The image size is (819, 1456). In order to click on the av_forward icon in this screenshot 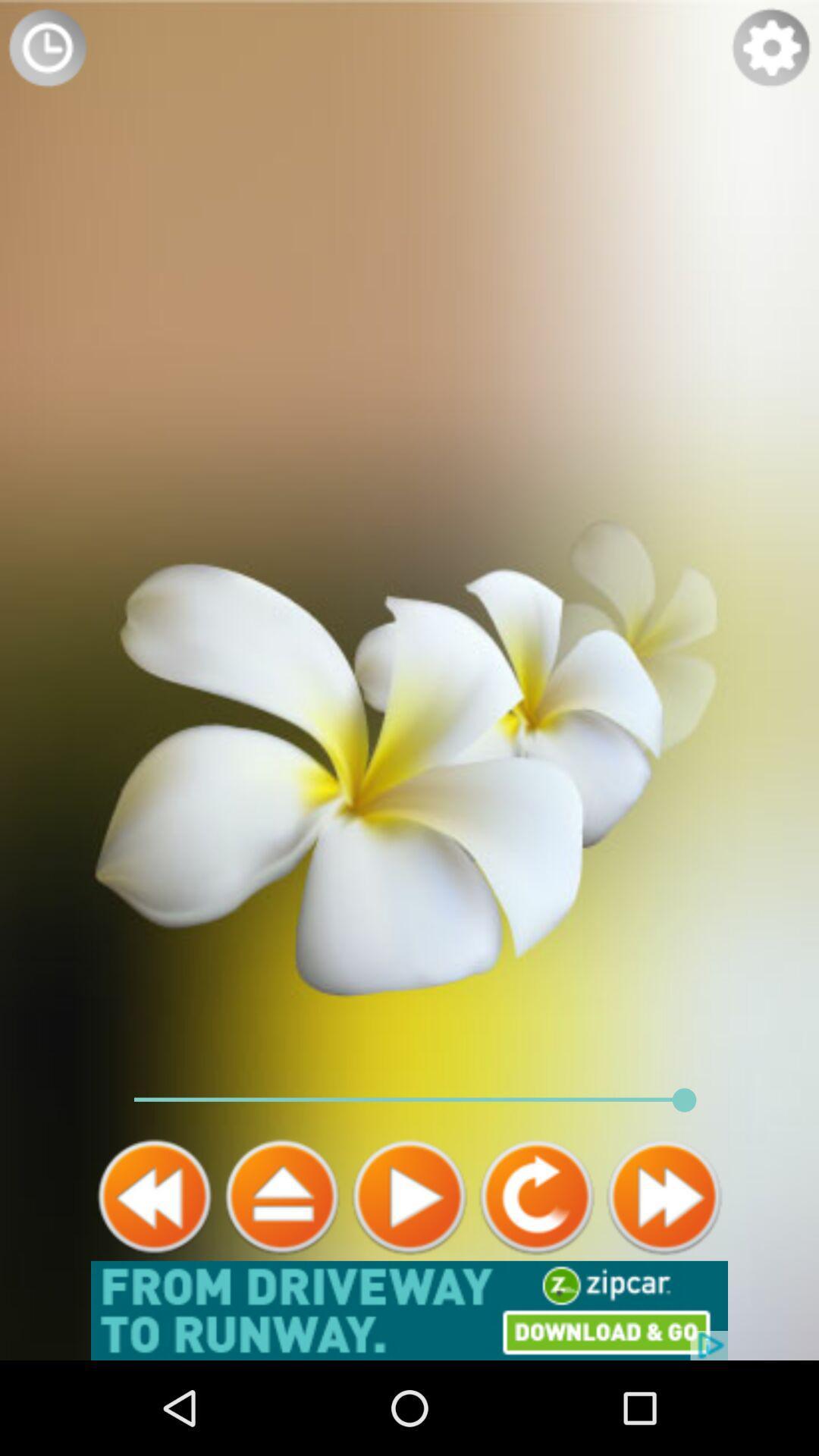, I will do `click(663, 1196)`.